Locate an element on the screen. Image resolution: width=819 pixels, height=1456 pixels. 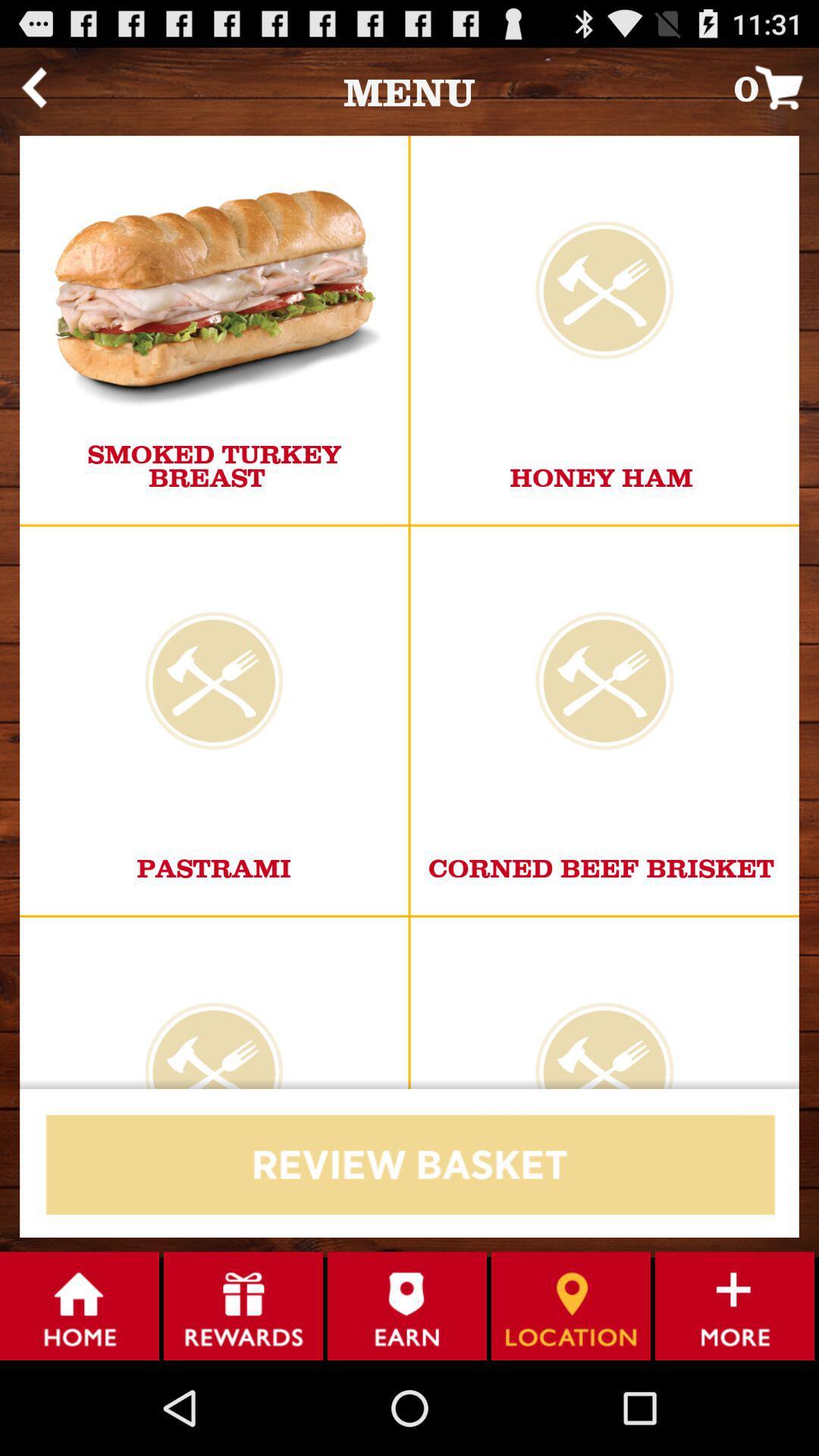
the item to the left of menu is located at coordinates (33, 86).